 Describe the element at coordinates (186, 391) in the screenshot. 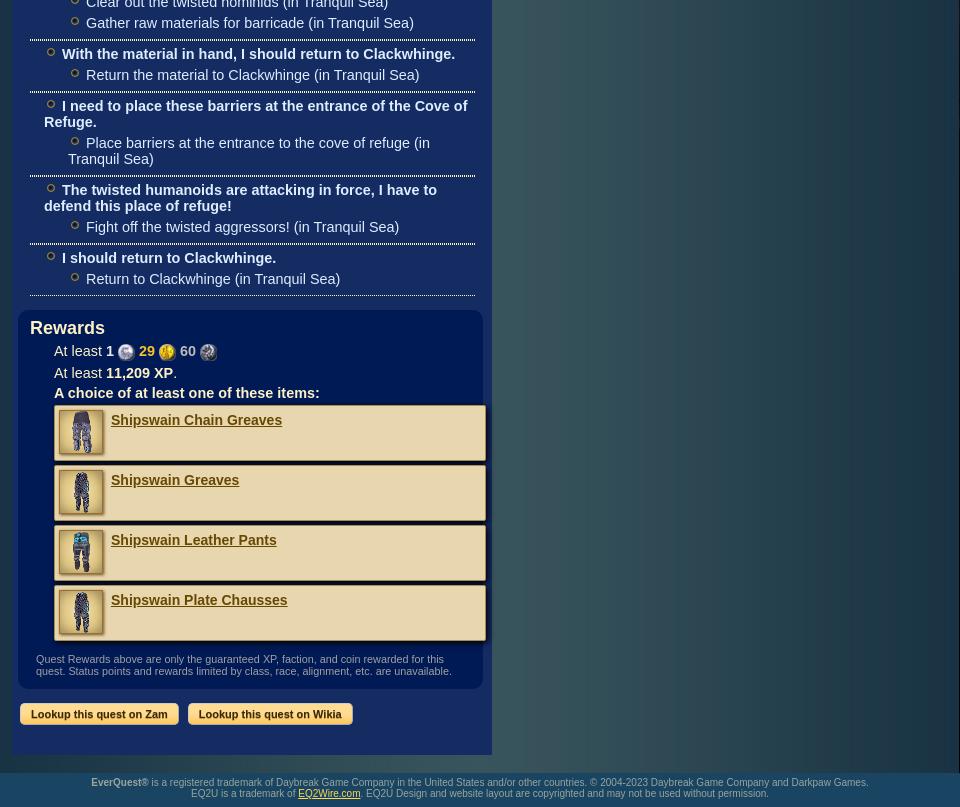

I see `'A choice of at least one of these items:'` at that location.